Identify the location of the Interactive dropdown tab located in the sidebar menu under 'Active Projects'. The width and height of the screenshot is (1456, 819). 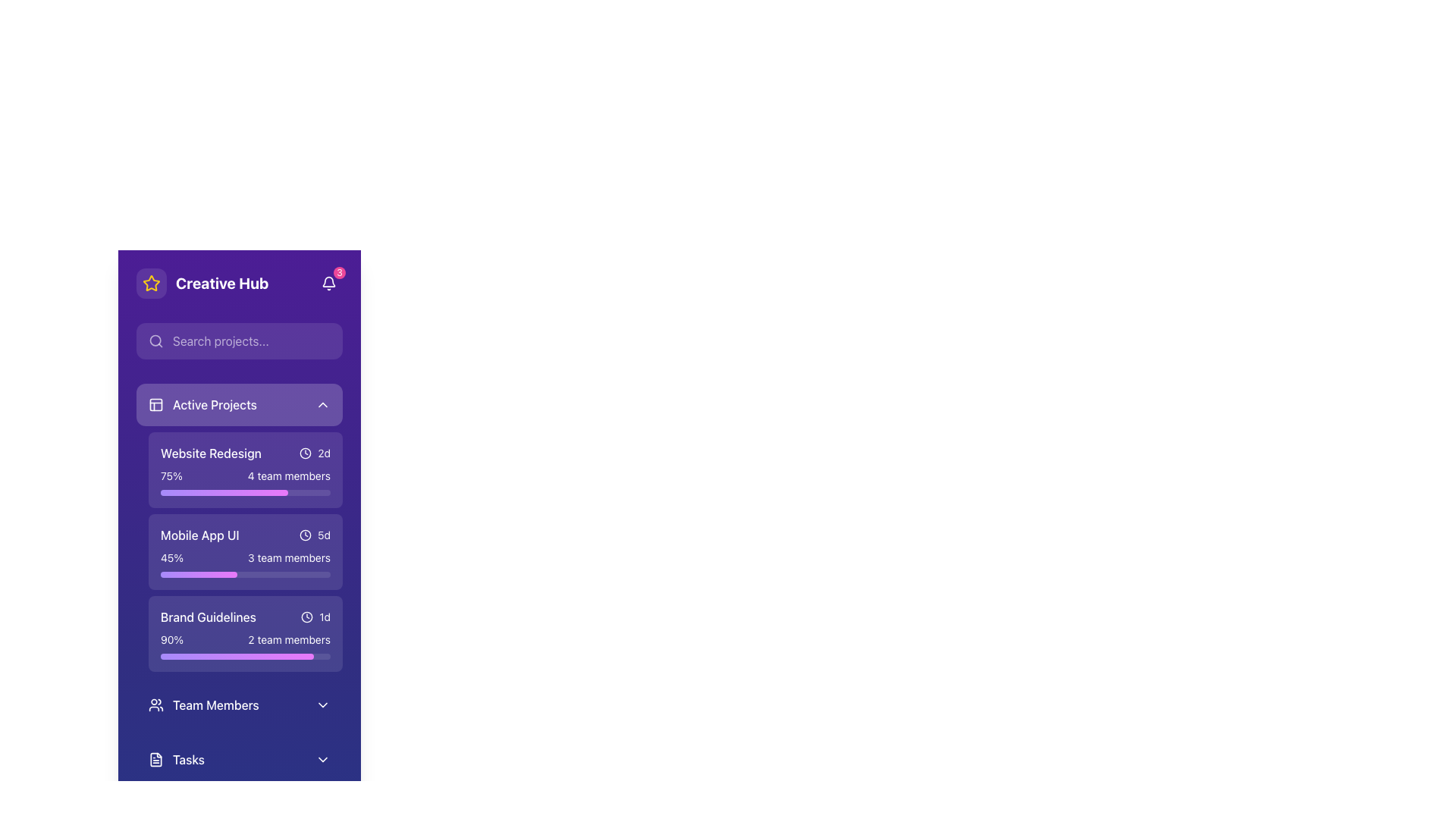
(239, 704).